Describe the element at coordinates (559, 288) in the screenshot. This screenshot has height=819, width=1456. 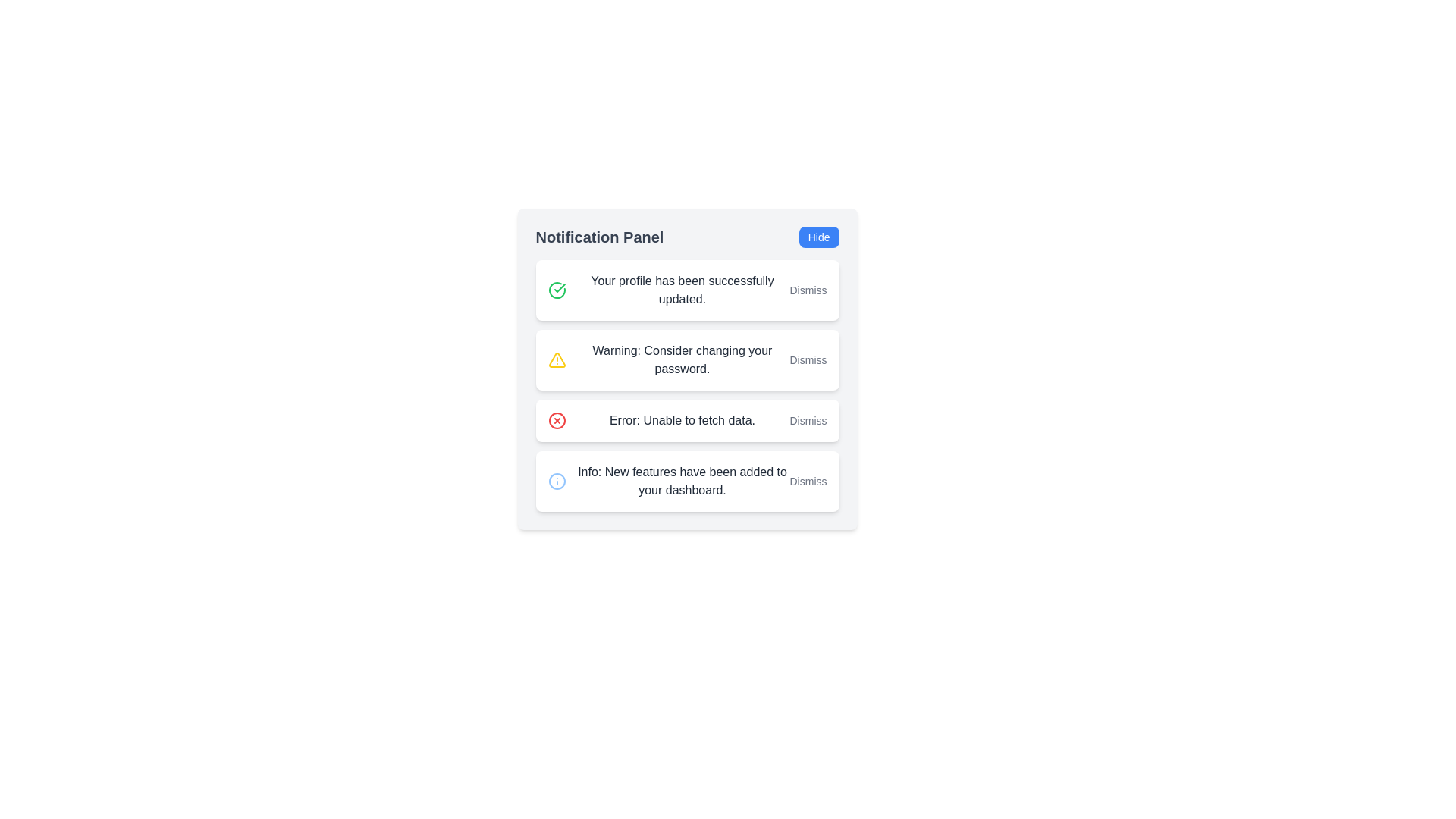
I see `the green checkmark icon, which is a subcomponent of the circular icon located at the topmost notification in the notification panel` at that location.